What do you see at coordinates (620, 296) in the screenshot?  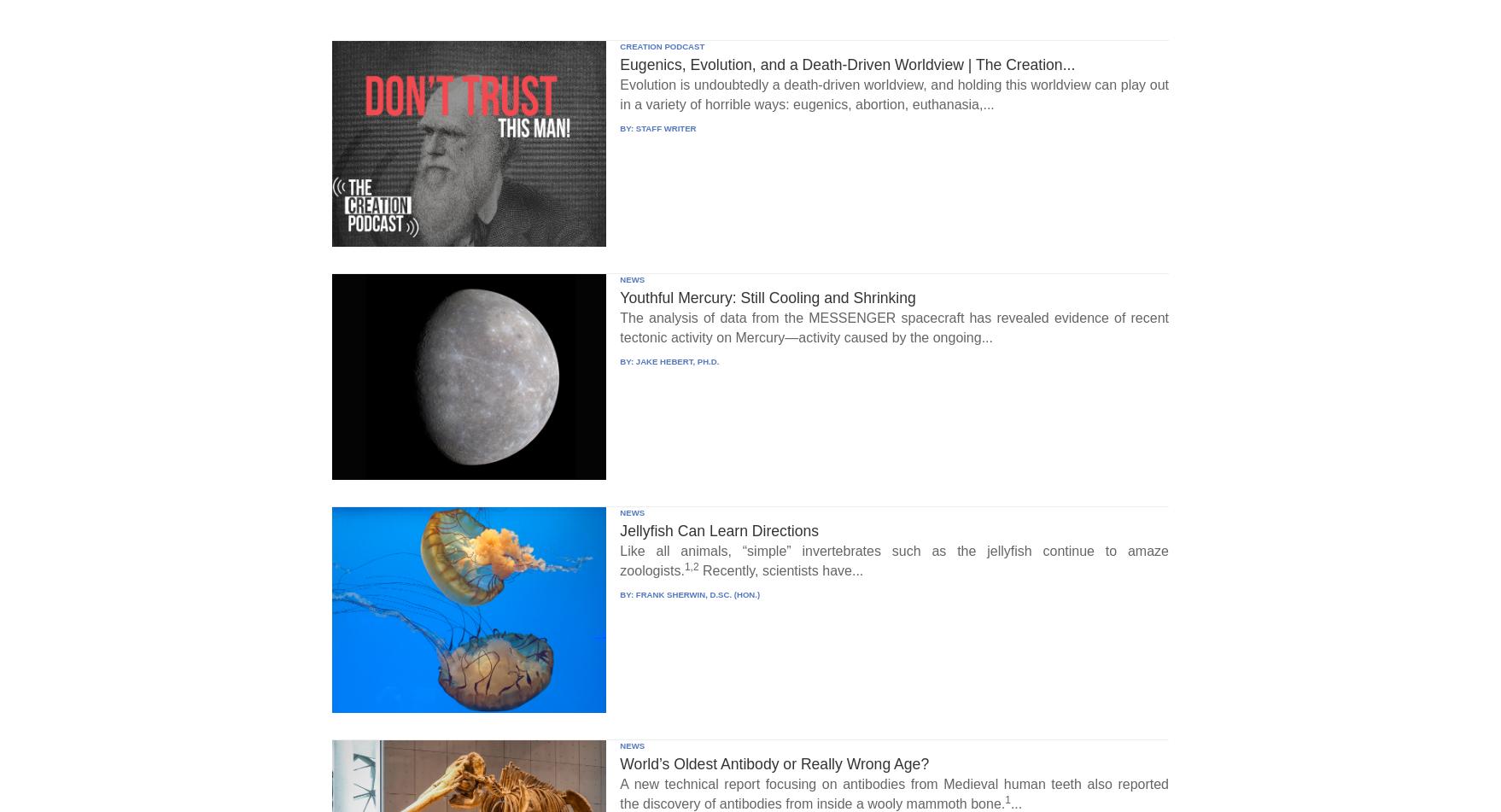 I see `'Youthful Mercury: Still Cooling and Shrinking'` at bounding box center [620, 296].